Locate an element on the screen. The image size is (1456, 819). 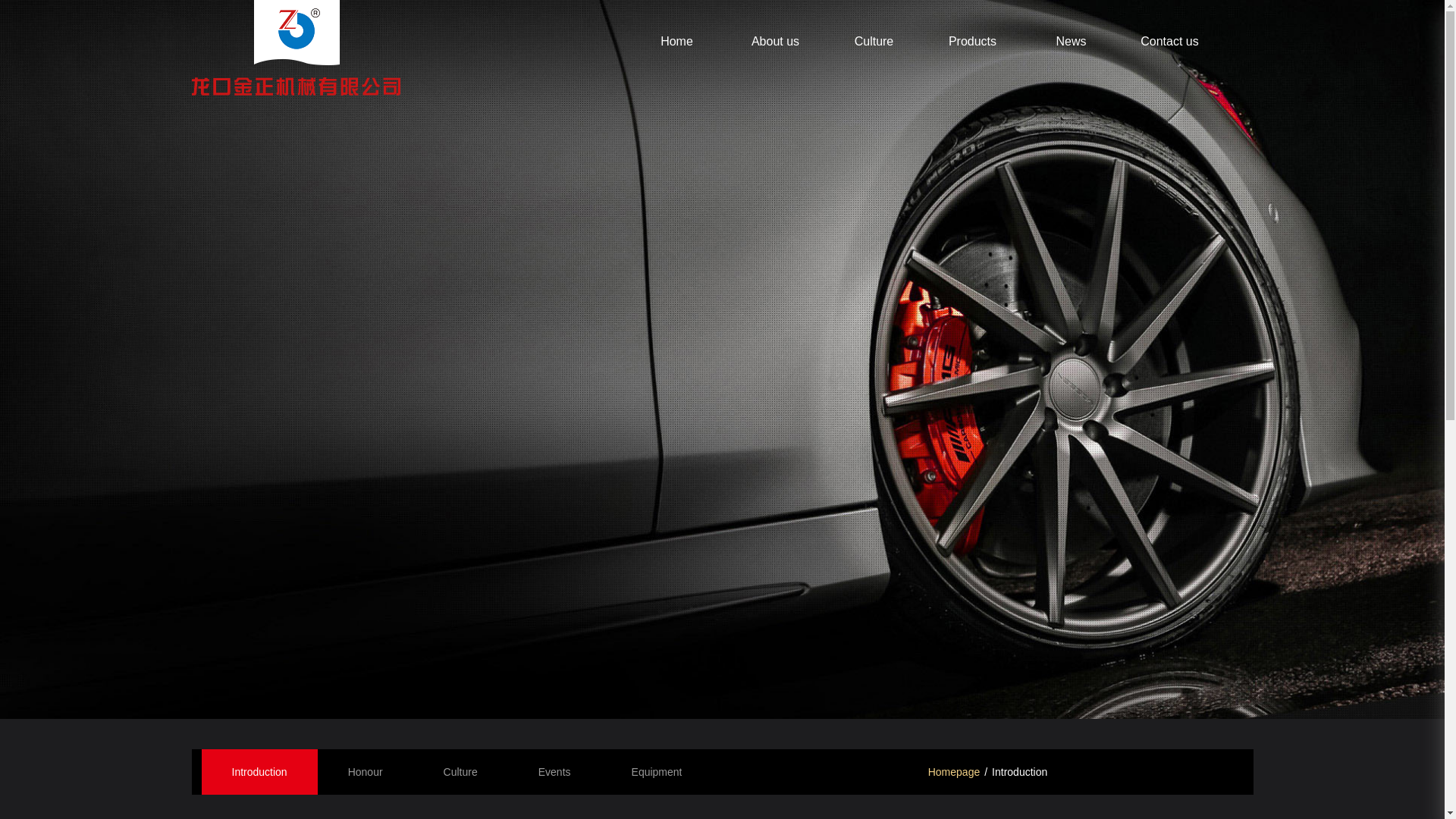
'Culture' is located at coordinates (460, 772).